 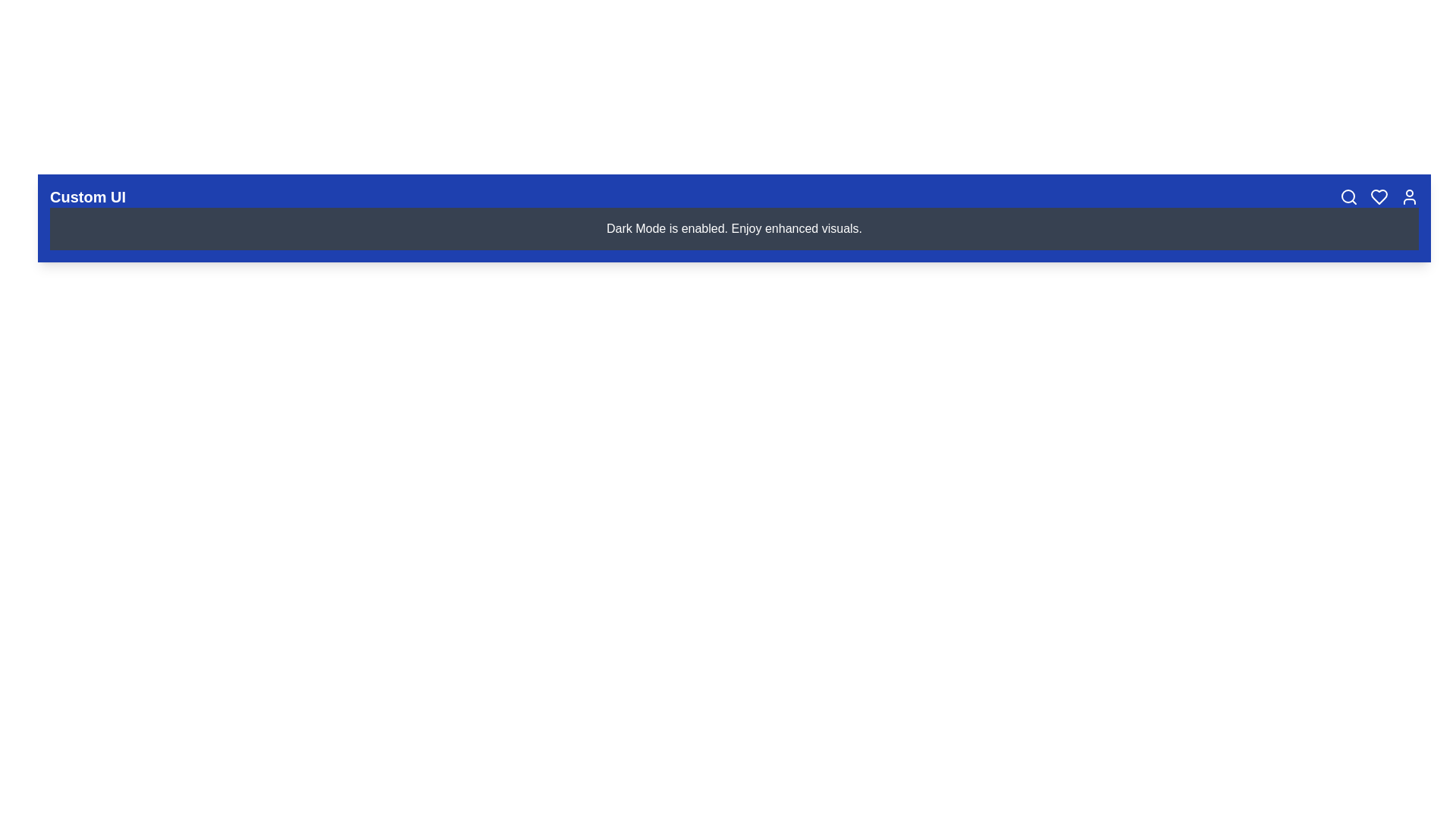 I want to click on the 'Custom UI' title in the header, so click(x=86, y=196).